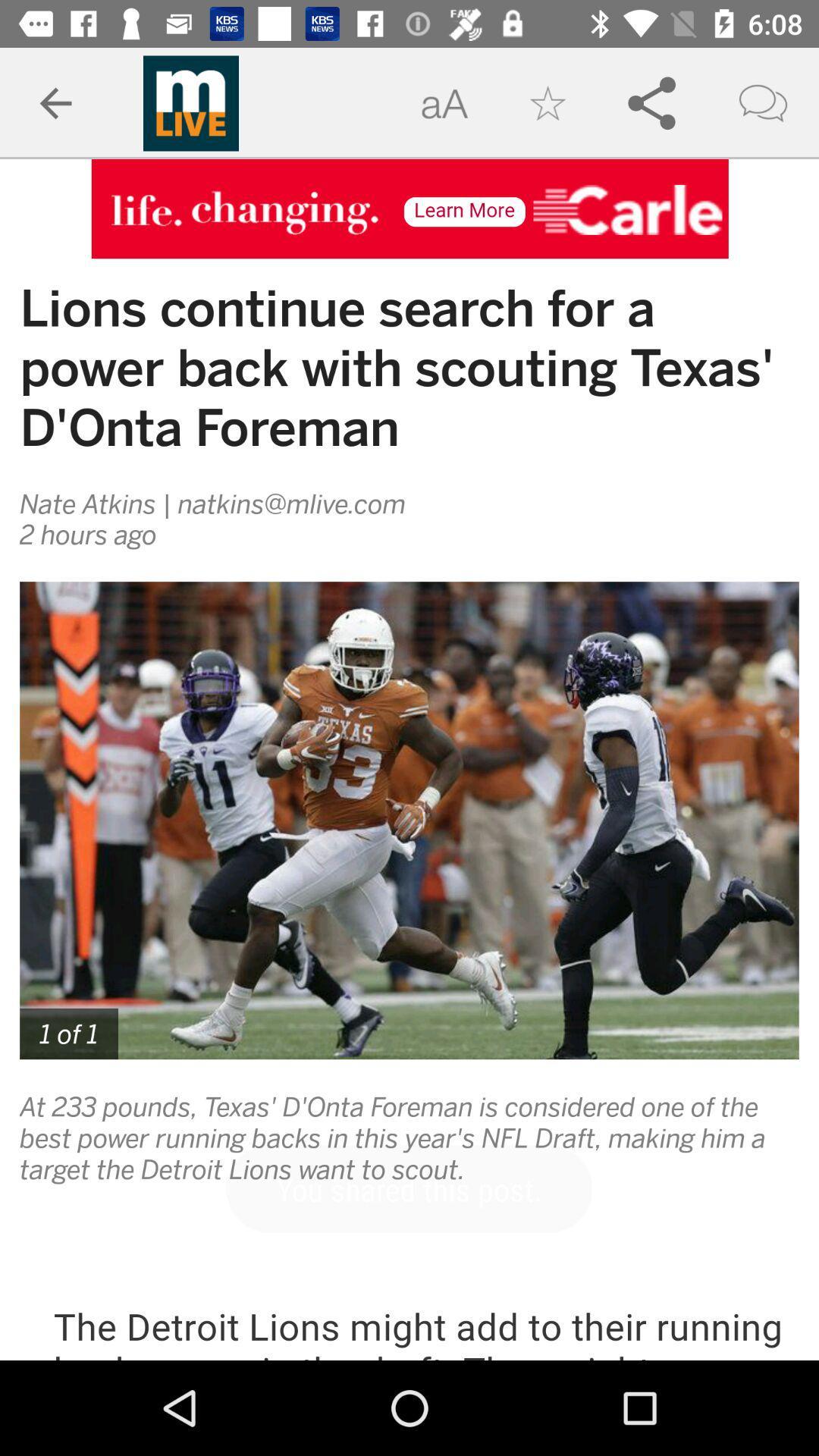 The width and height of the screenshot is (819, 1456). What do you see at coordinates (190, 103) in the screenshot?
I see `the logo in the menu bar` at bounding box center [190, 103].